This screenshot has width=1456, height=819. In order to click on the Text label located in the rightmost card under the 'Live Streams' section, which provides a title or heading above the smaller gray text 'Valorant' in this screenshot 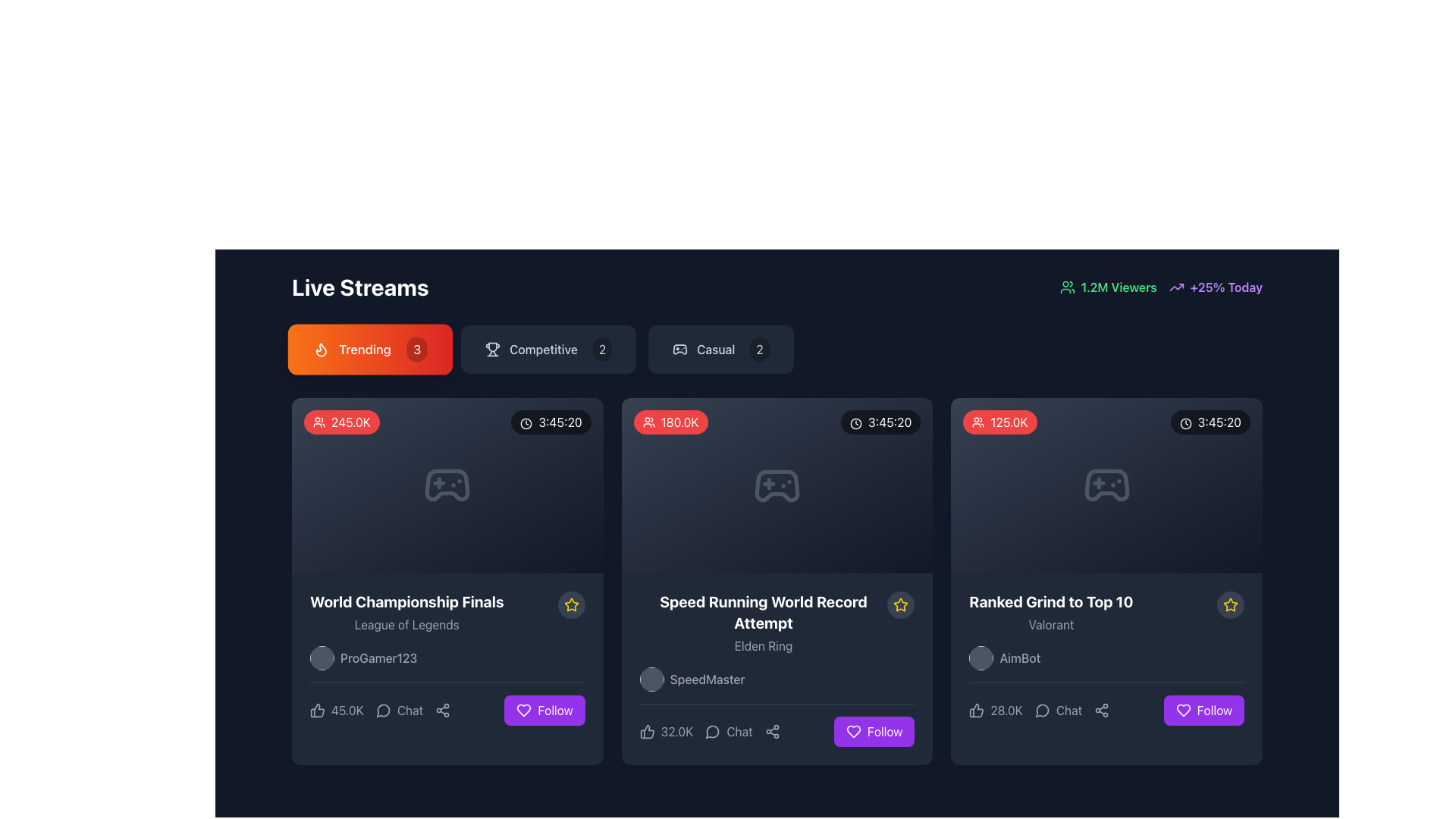, I will do `click(1050, 601)`.